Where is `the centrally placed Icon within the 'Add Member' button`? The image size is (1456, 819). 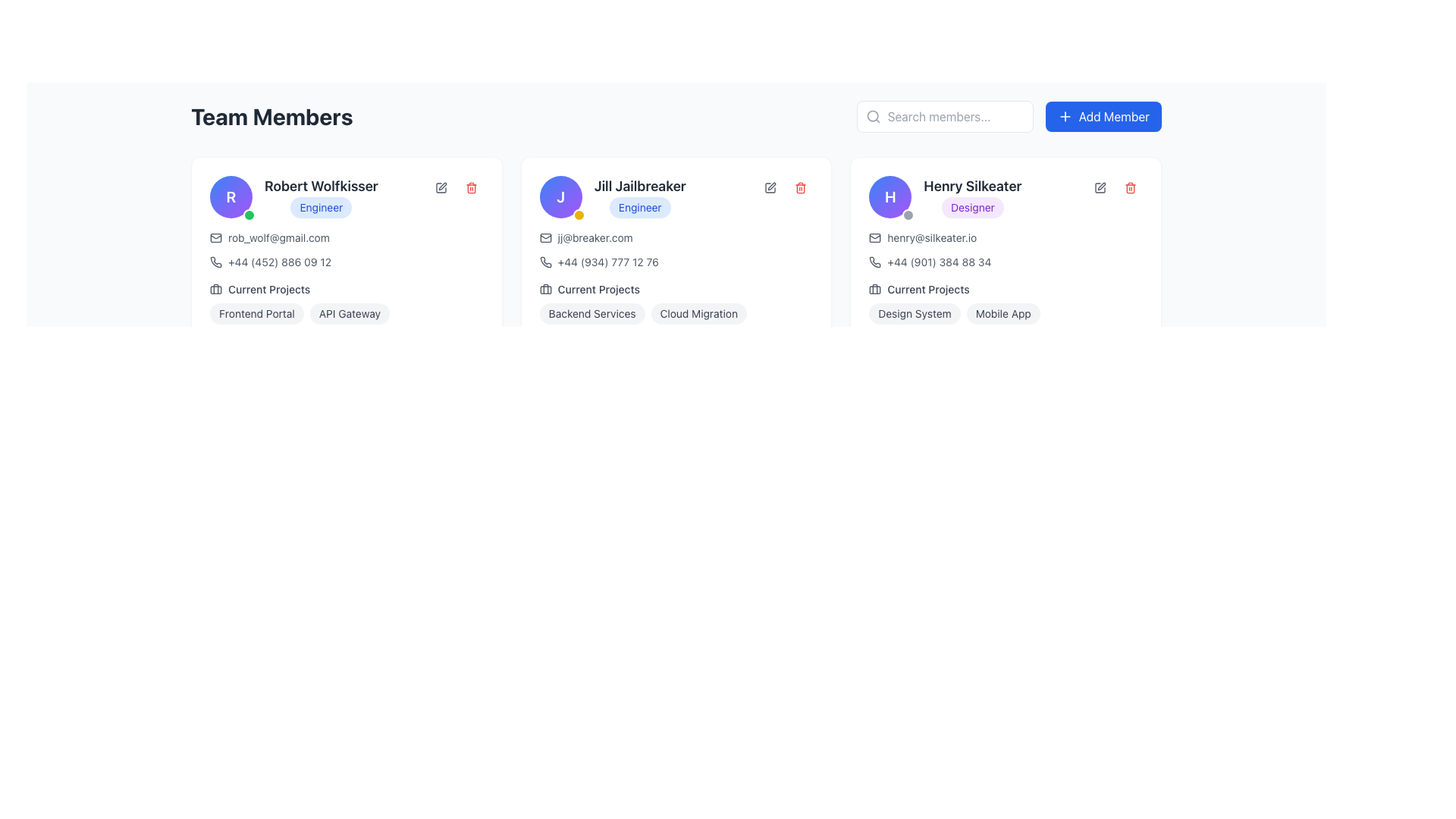 the centrally placed Icon within the 'Add Member' button is located at coordinates (1064, 116).